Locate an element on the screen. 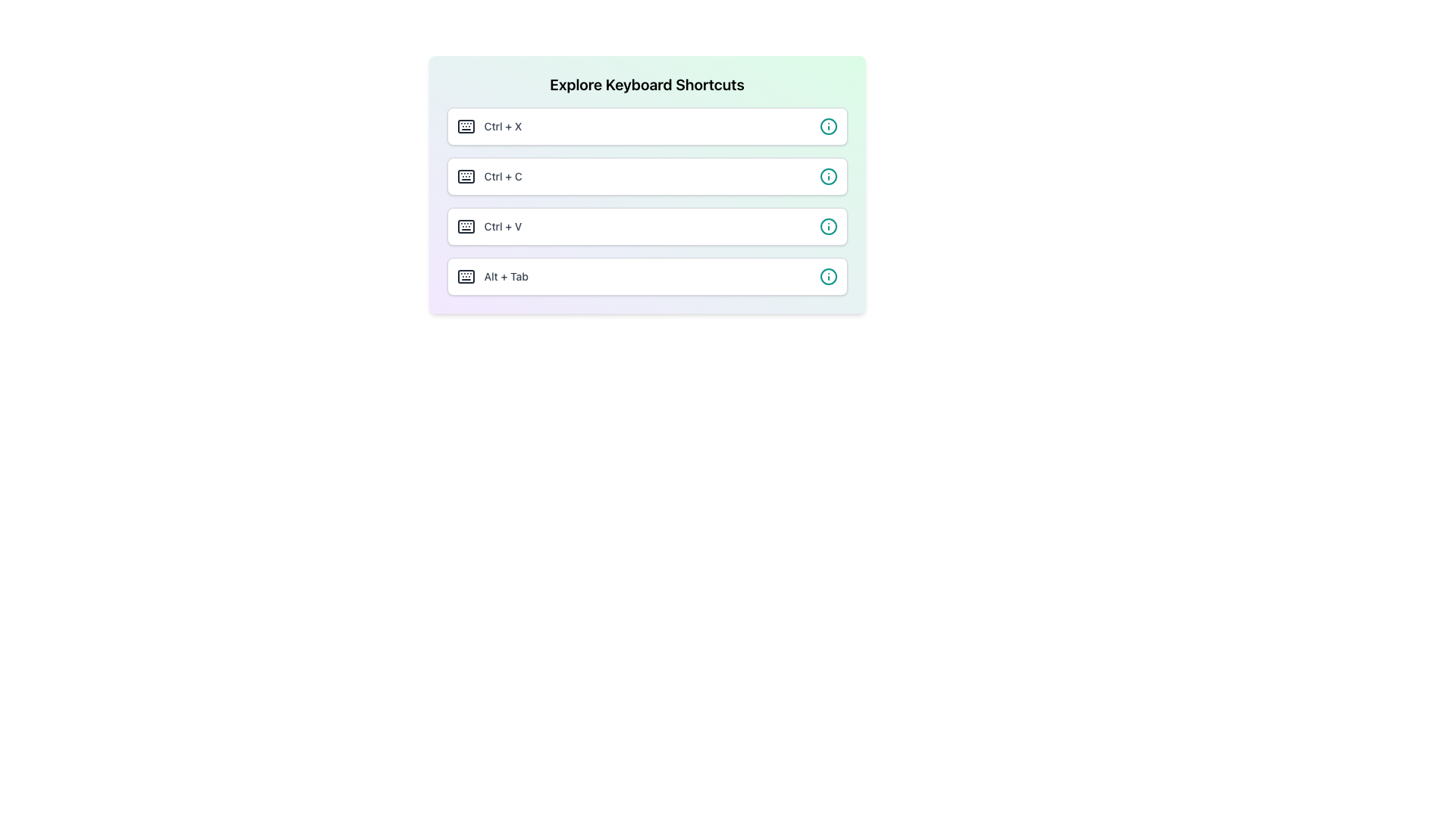  title text element located at the top of the keyboard shortcuts panel, which provides context about the content below is located at coordinates (647, 84).